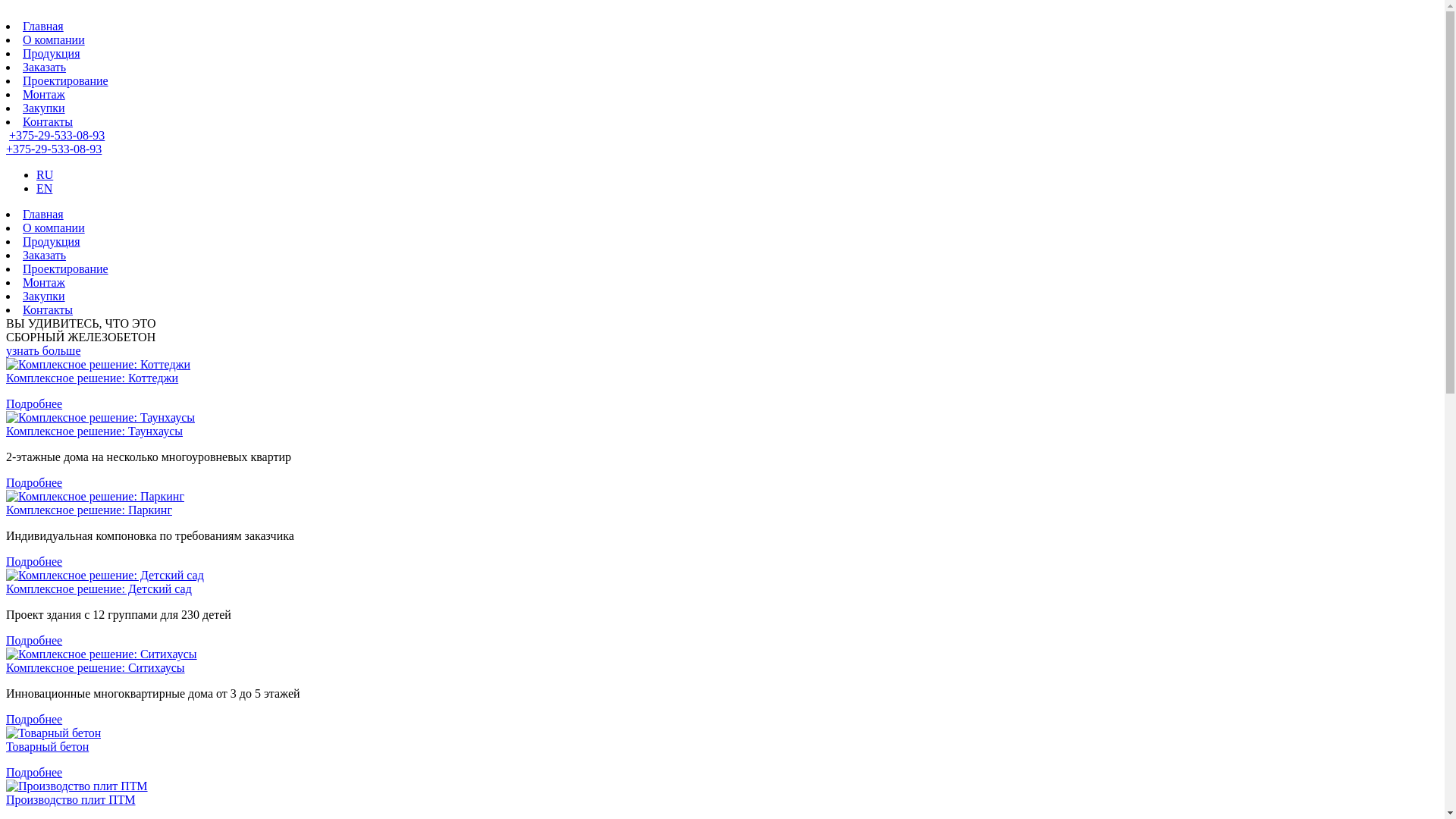  Describe the element at coordinates (57, 134) in the screenshot. I see `'+375-29-533-08-93'` at that location.